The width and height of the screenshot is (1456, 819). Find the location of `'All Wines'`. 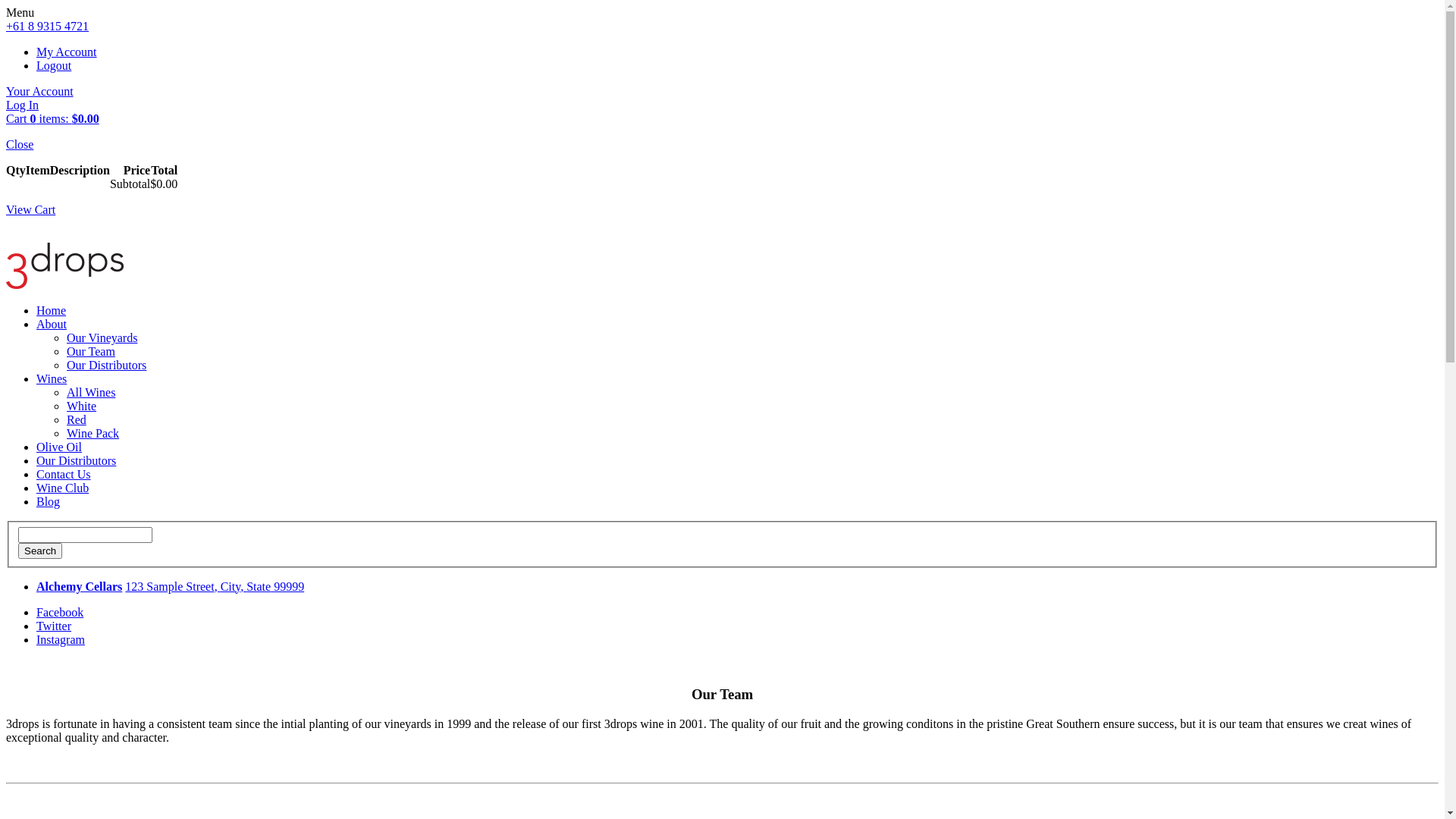

'All Wines' is located at coordinates (90, 391).